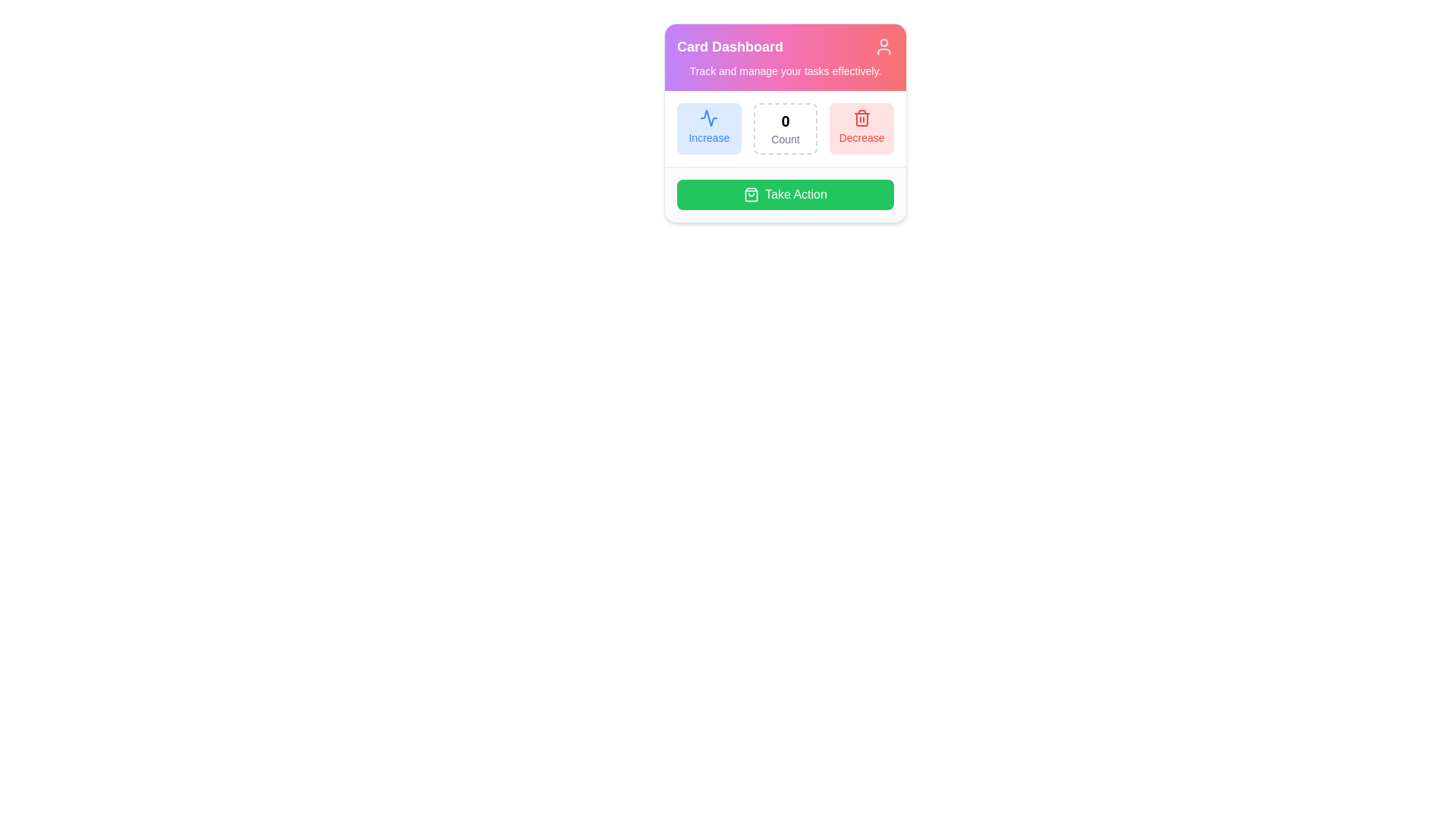  I want to click on the green rectangular button with rounded corners labeled 'Take Action', so click(786, 194).